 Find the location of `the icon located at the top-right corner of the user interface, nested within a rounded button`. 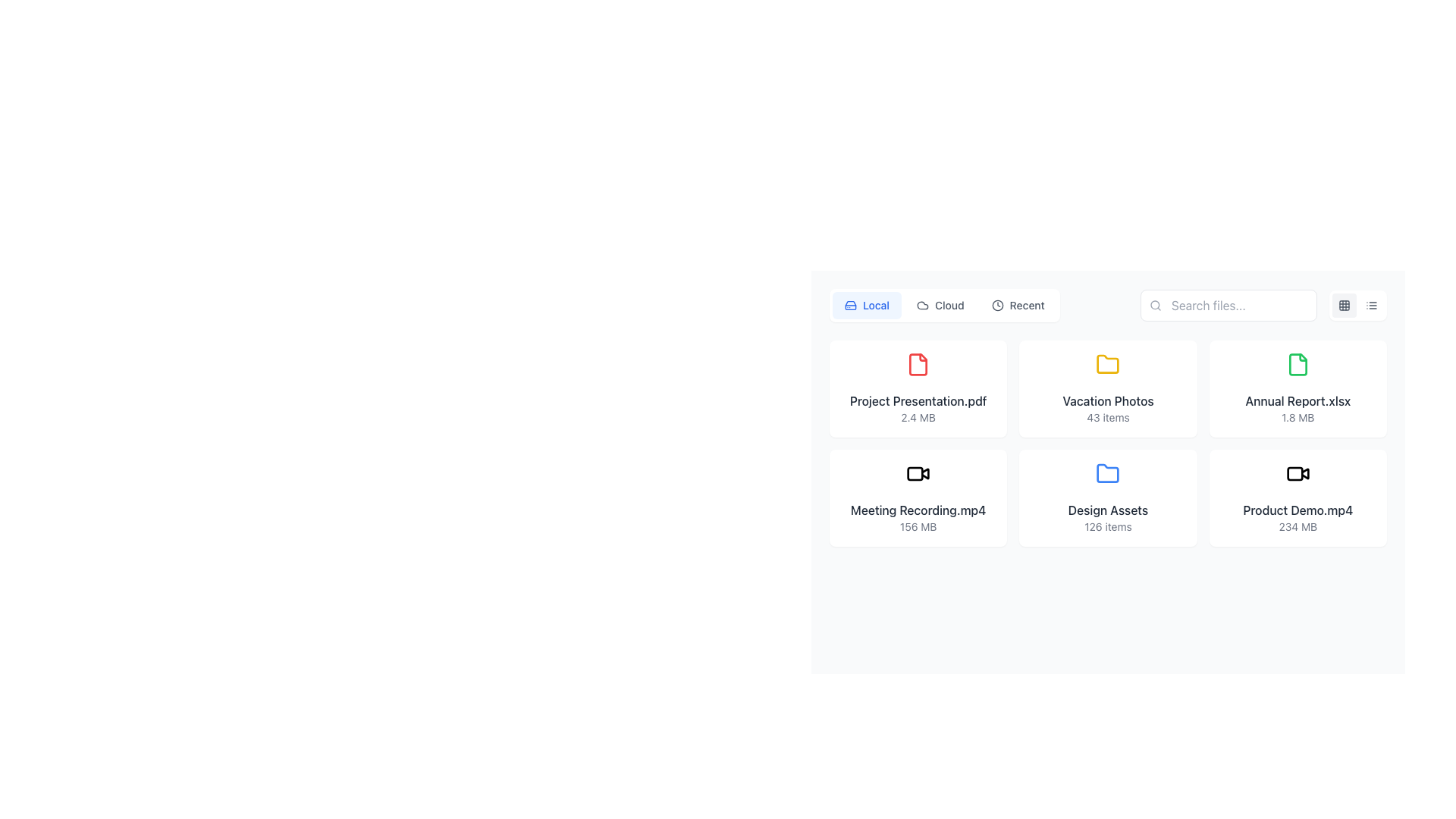

the icon located at the top-right corner of the user interface, nested within a rounded button is located at coordinates (1372, 305).